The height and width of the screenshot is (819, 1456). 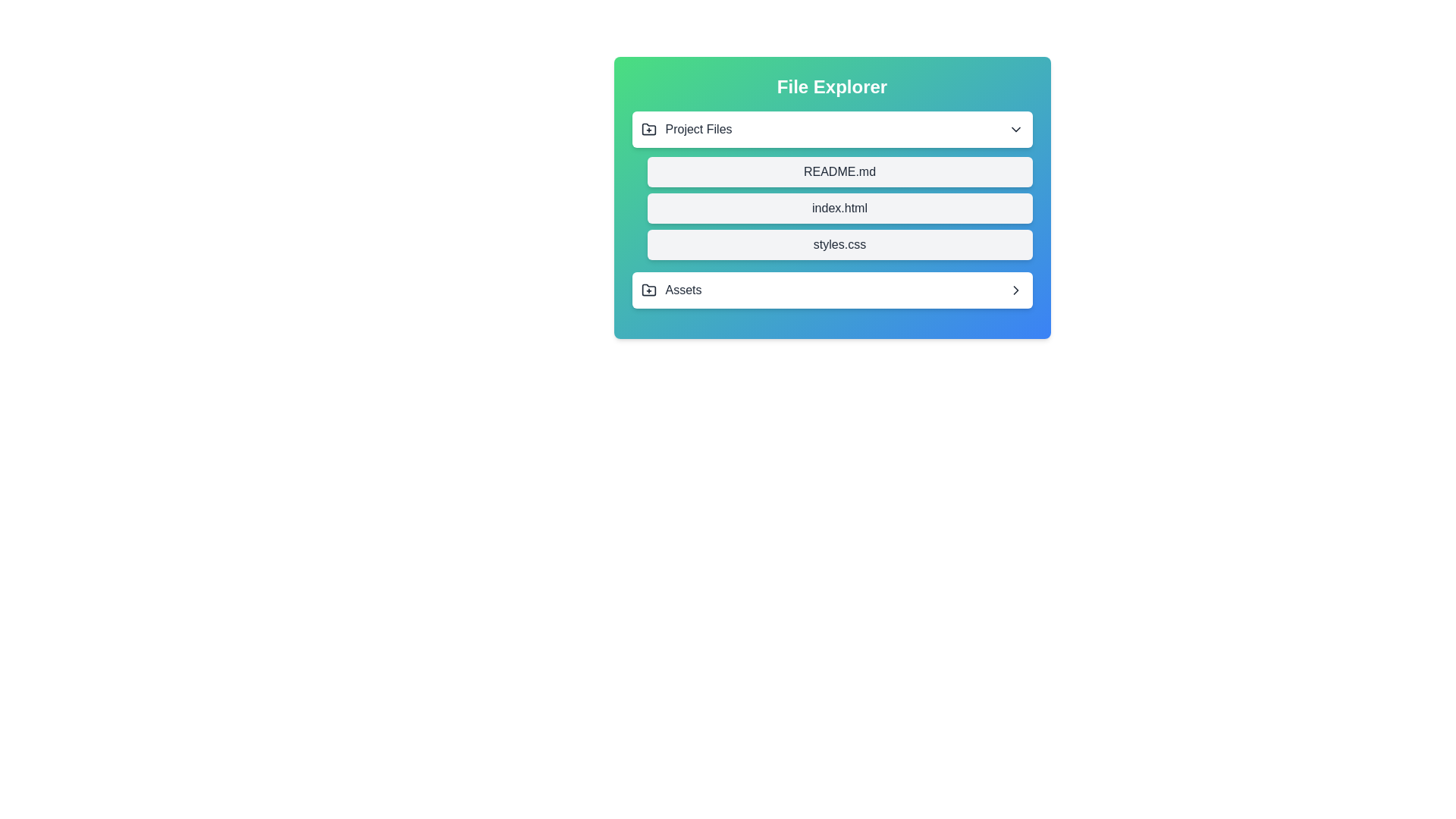 I want to click on the 'folder with addition' icon located to the left of the 'Project Files' label in the 'File Explorer' panel, so click(x=648, y=128).